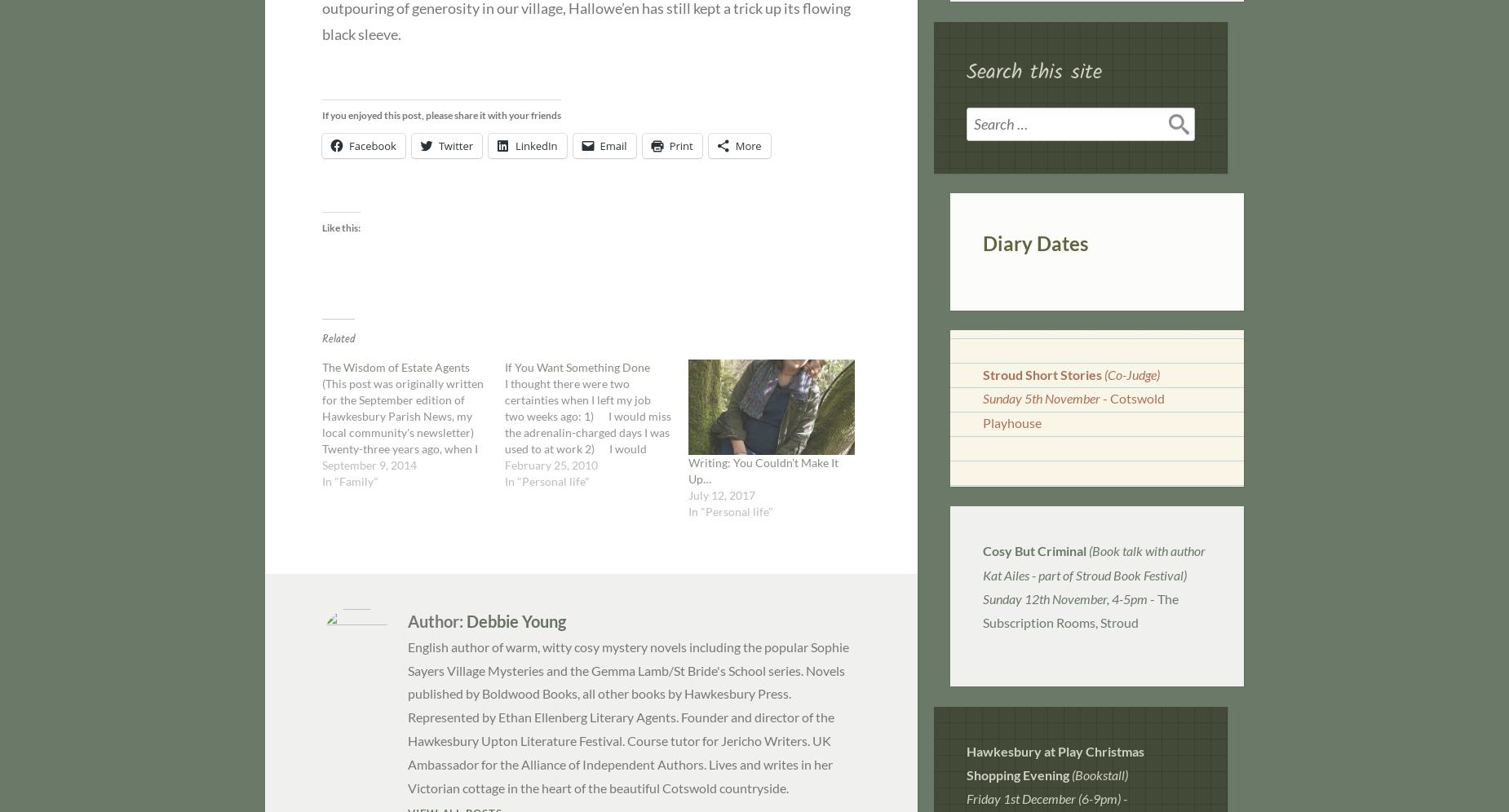 This screenshot has height=812, width=1509. What do you see at coordinates (965, 72) in the screenshot?
I see `'Search this site'` at bounding box center [965, 72].